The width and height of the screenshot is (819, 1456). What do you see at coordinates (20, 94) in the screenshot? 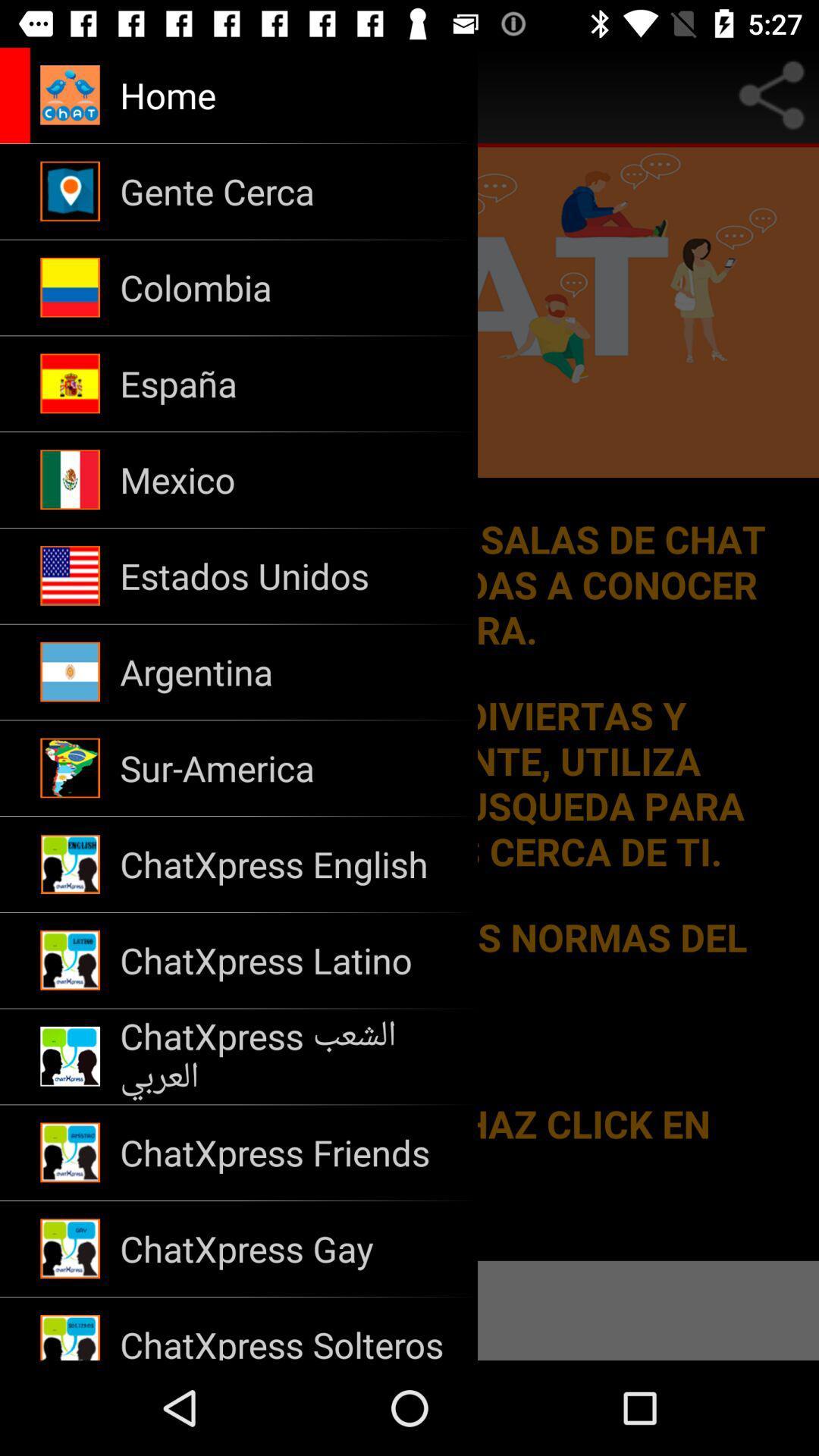
I see `home page` at bounding box center [20, 94].